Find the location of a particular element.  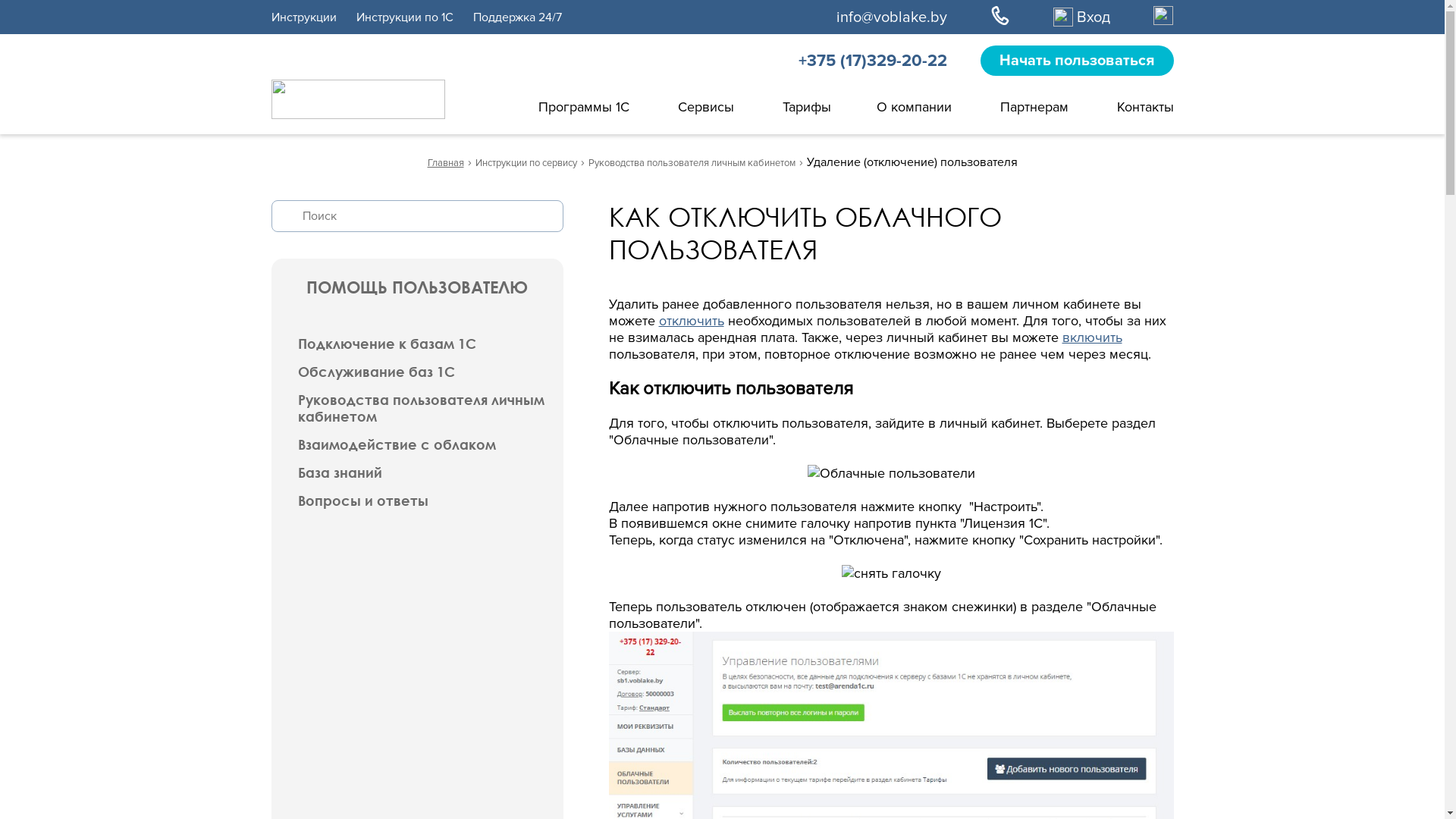

'info@voblake.by' is located at coordinates (891, 17).